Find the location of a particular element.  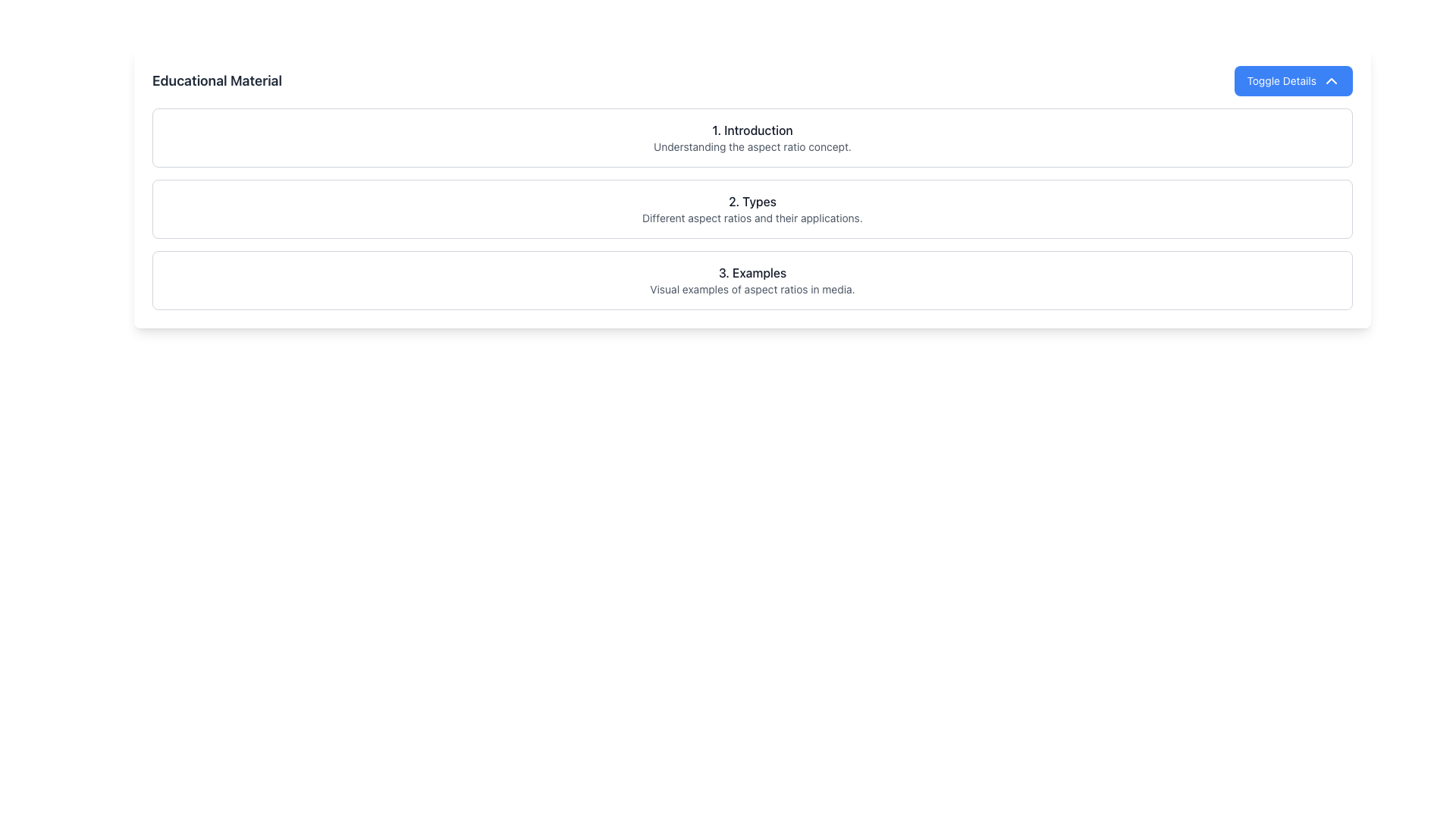

the text heading '1. Introduction' with the subtext 'Understanding the aspect ratio concept.' which is the first entry in a vertically stacked list, located at the top of the interface is located at coordinates (752, 137).